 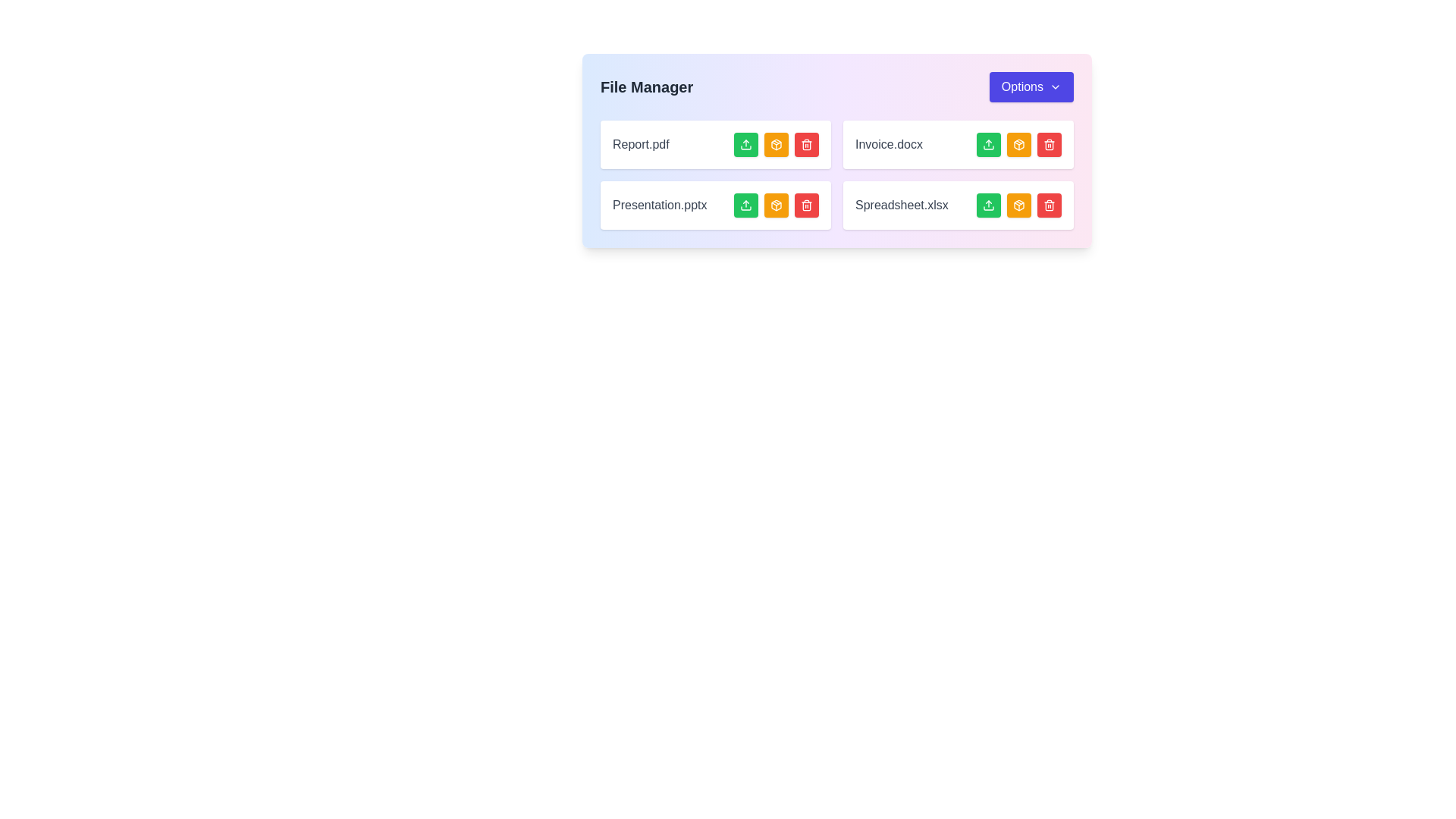 I want to click on the upload icon button in the second row of action items associated with the file 'Presentation.pptx', so click(x=745, y=205).